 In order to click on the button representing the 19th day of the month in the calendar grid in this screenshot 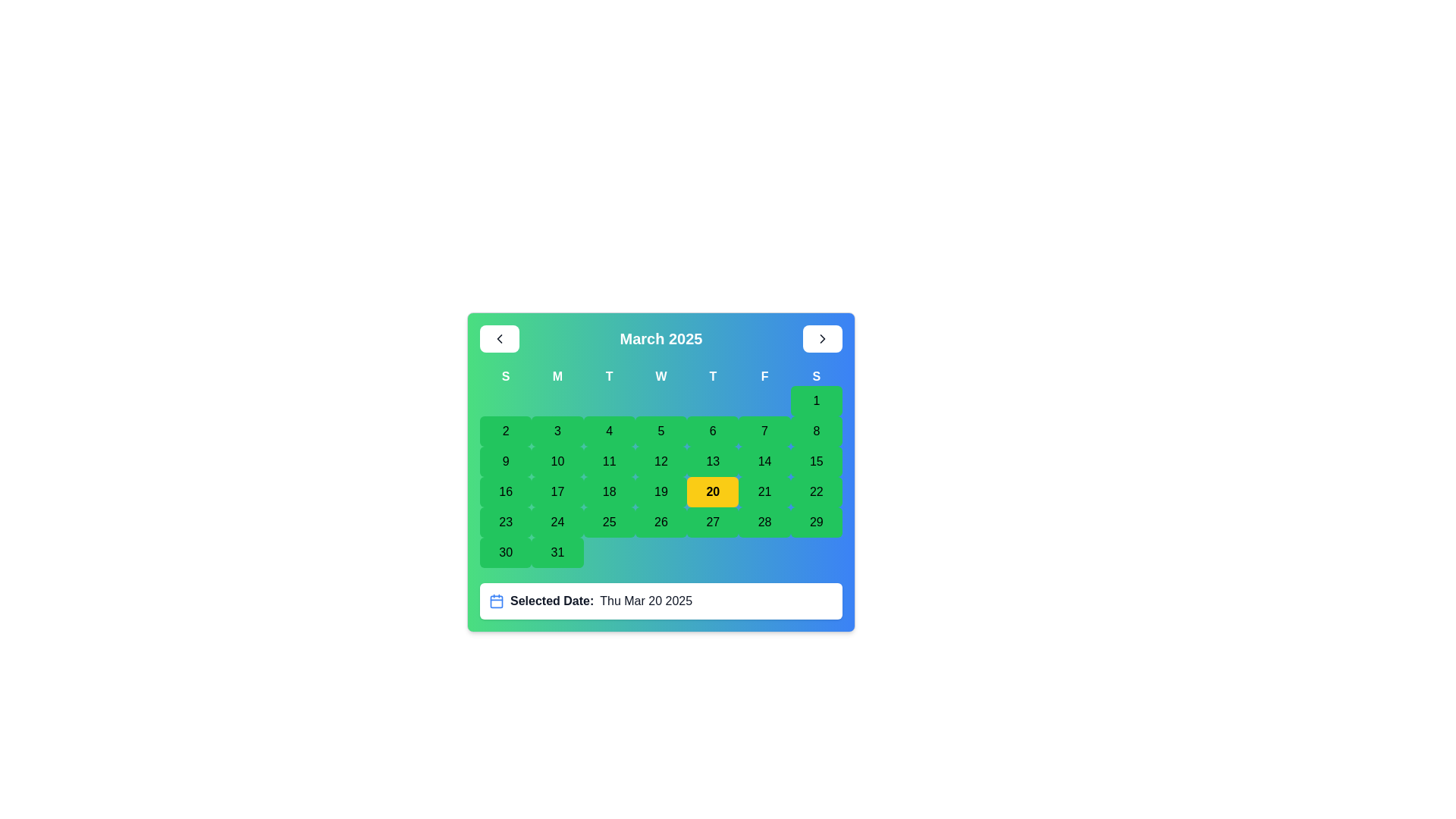, I will do `click(661, 491)`.